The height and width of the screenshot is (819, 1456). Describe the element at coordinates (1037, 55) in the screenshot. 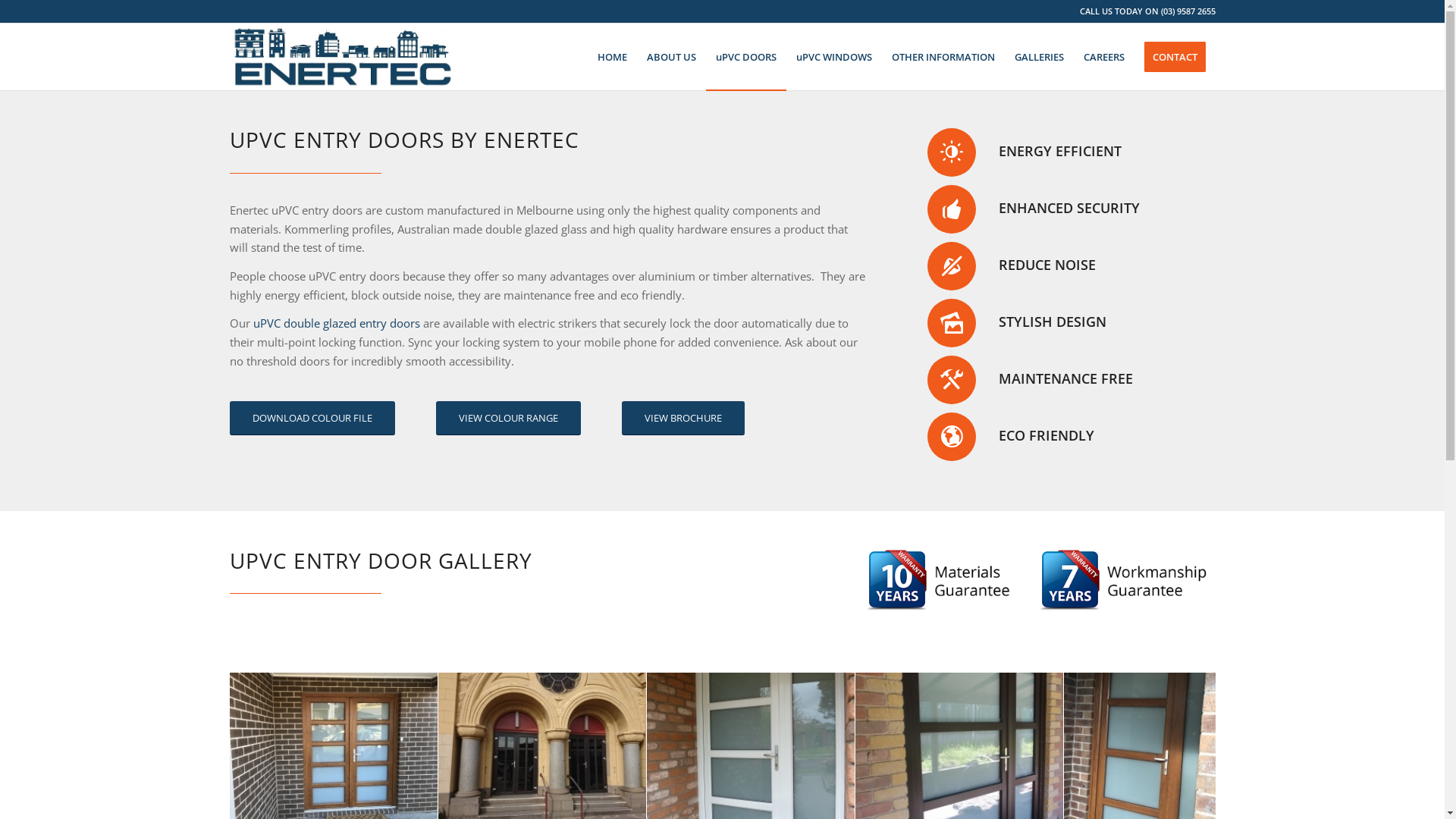

I see `'GALLERIES'` at that location.